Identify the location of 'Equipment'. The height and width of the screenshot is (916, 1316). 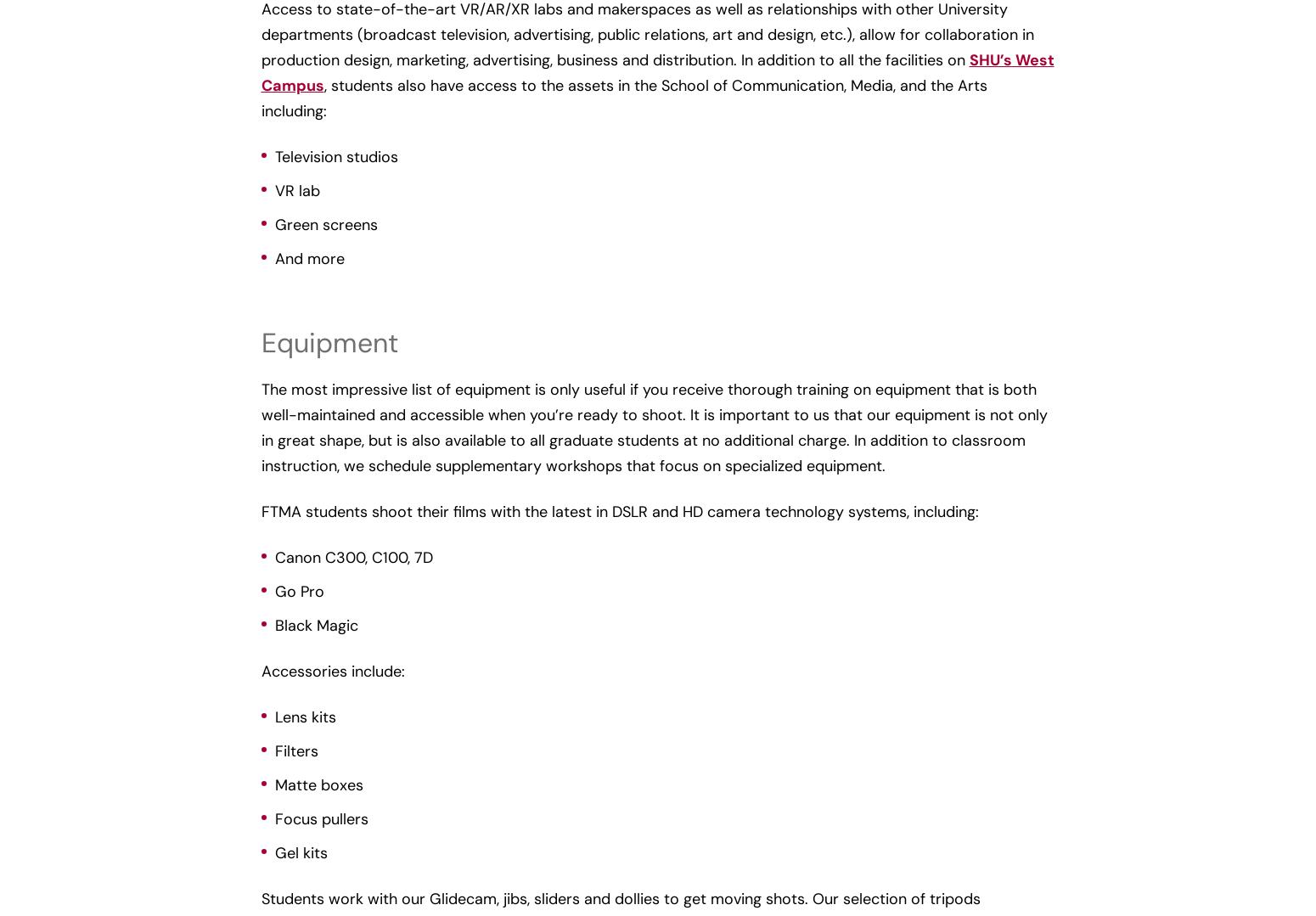
(328, 341).